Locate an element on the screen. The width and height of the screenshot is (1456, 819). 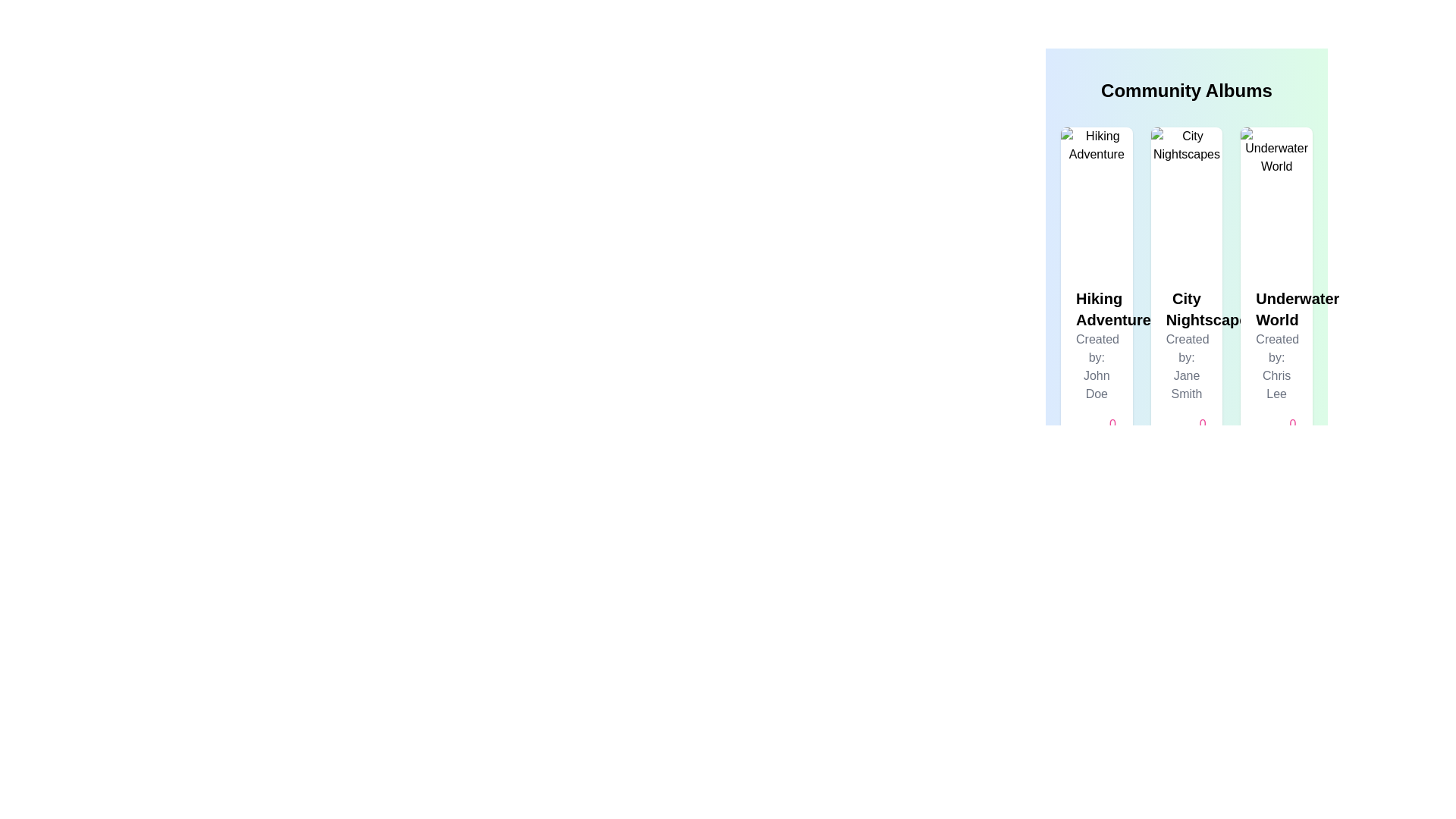
the like button located on the left side of the row, which allows users to like a post and changes color upon interaction is located at coordinates (1102, 433).